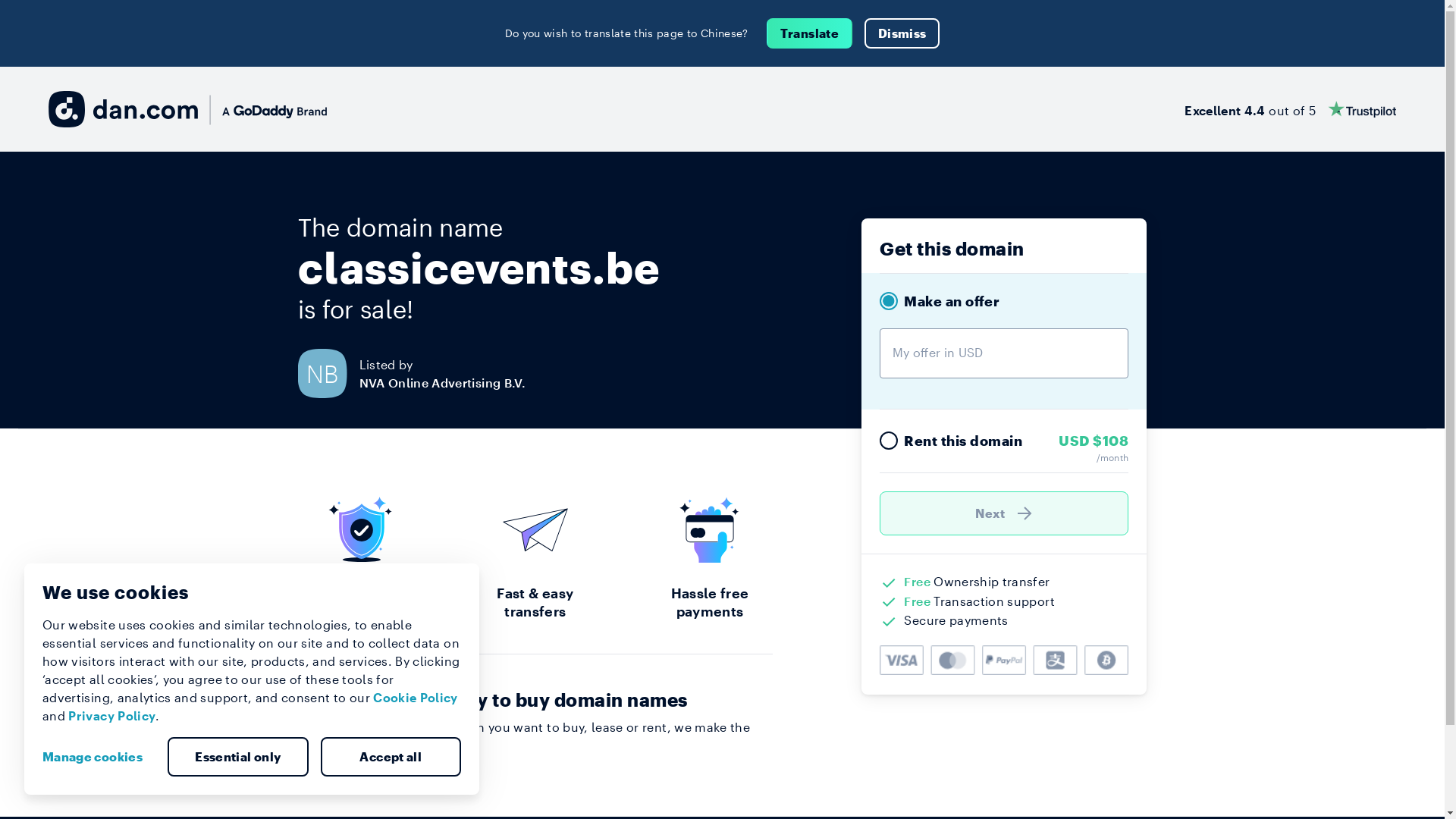 This screenshot has width=1456, height=819. Describe the element at coordinates (1004, 513) in the screenshot. I see `'Next` at that location.